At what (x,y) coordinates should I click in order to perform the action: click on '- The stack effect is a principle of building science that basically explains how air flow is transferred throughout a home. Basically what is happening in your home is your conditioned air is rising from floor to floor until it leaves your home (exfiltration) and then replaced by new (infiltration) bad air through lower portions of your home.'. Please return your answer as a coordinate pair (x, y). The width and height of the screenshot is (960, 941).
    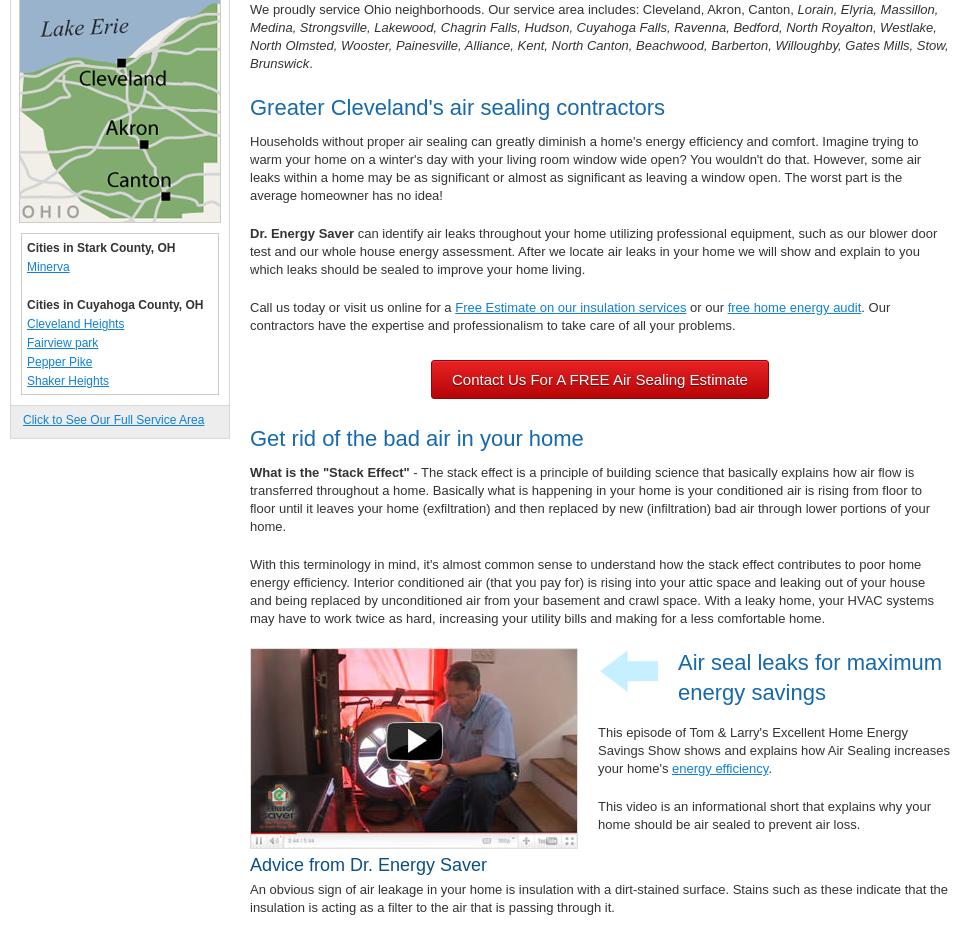
    Looking at the image, I should click on (248, 498).